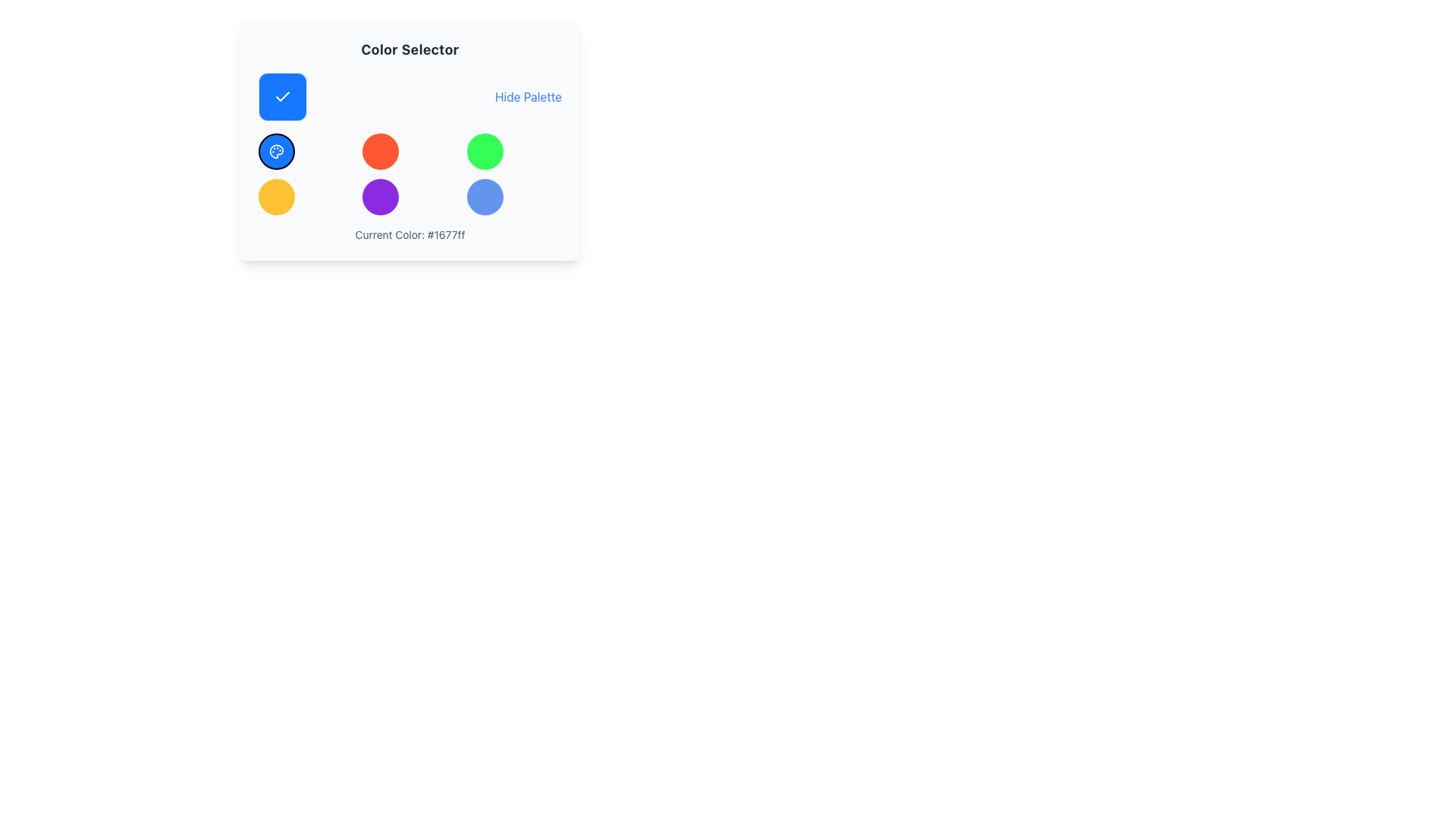 This screenshot has width=1456, height=819. I want to click on the circular button with a light blue background located at the bottom-right corner of the 3x3 grid in the color palette section, so click(484, 196).